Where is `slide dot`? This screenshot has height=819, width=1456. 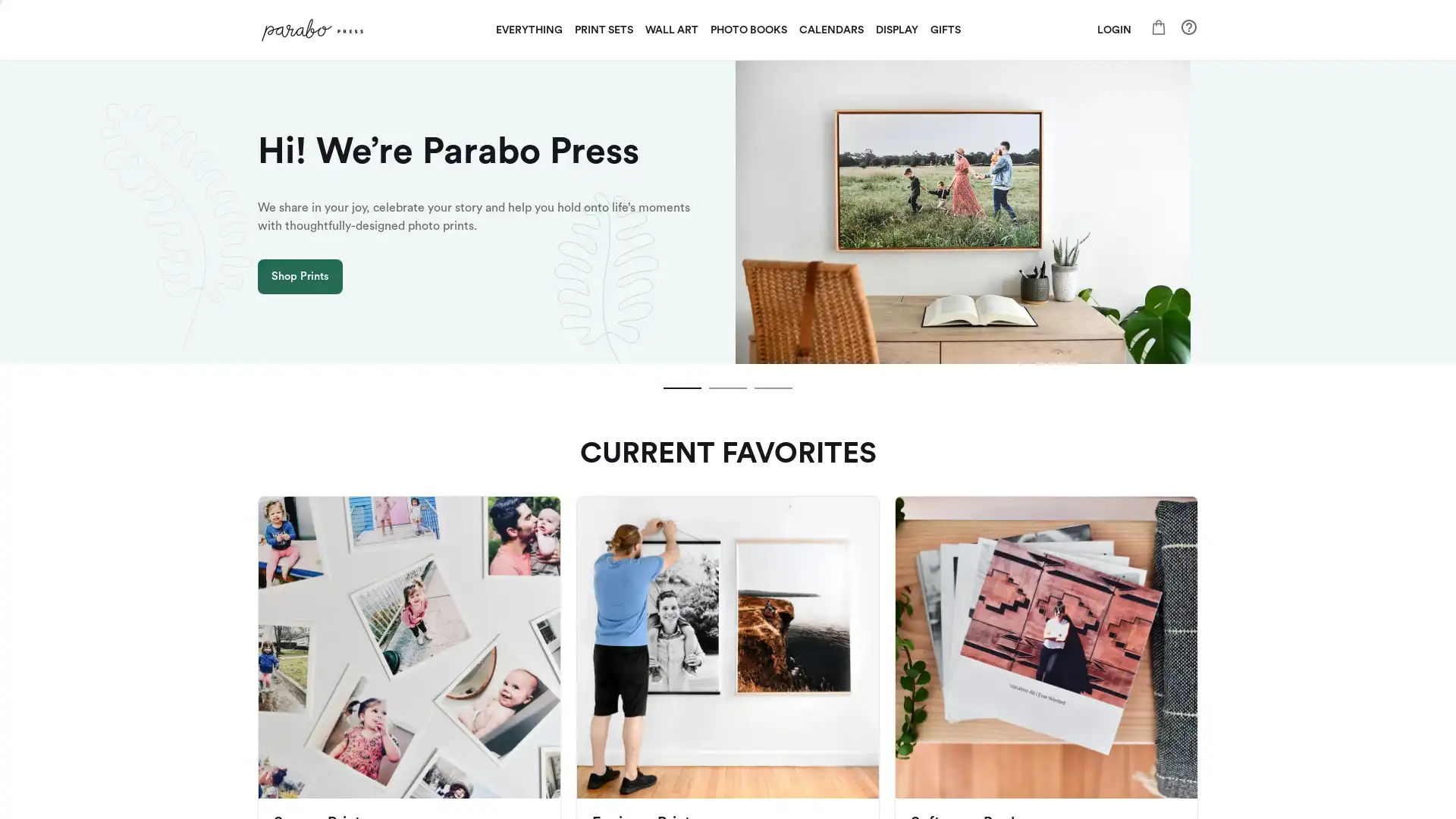
slide dot is located at coordinates (728, 388).